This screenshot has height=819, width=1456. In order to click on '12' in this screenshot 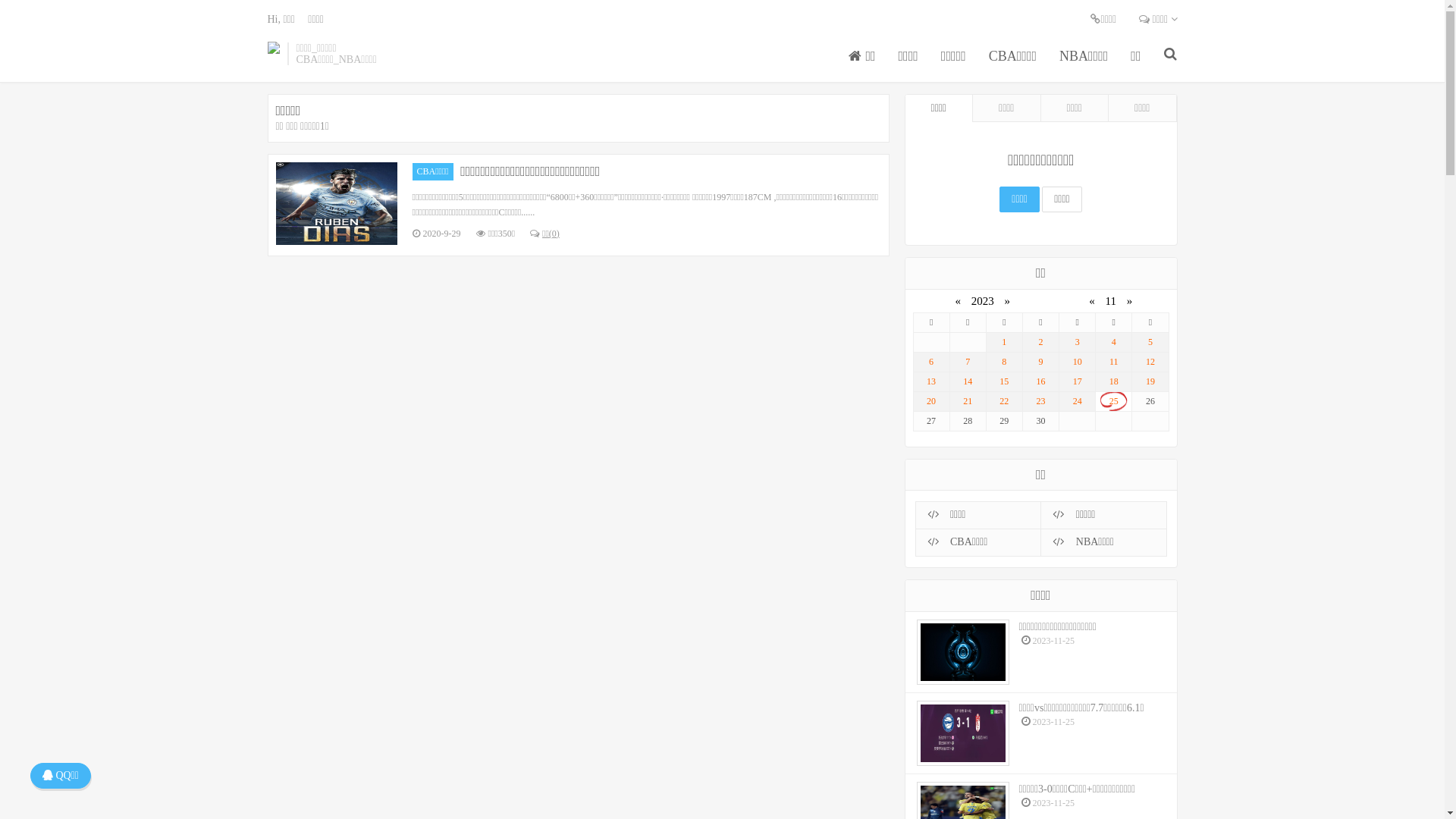, I will do `click(1150, 362)`.